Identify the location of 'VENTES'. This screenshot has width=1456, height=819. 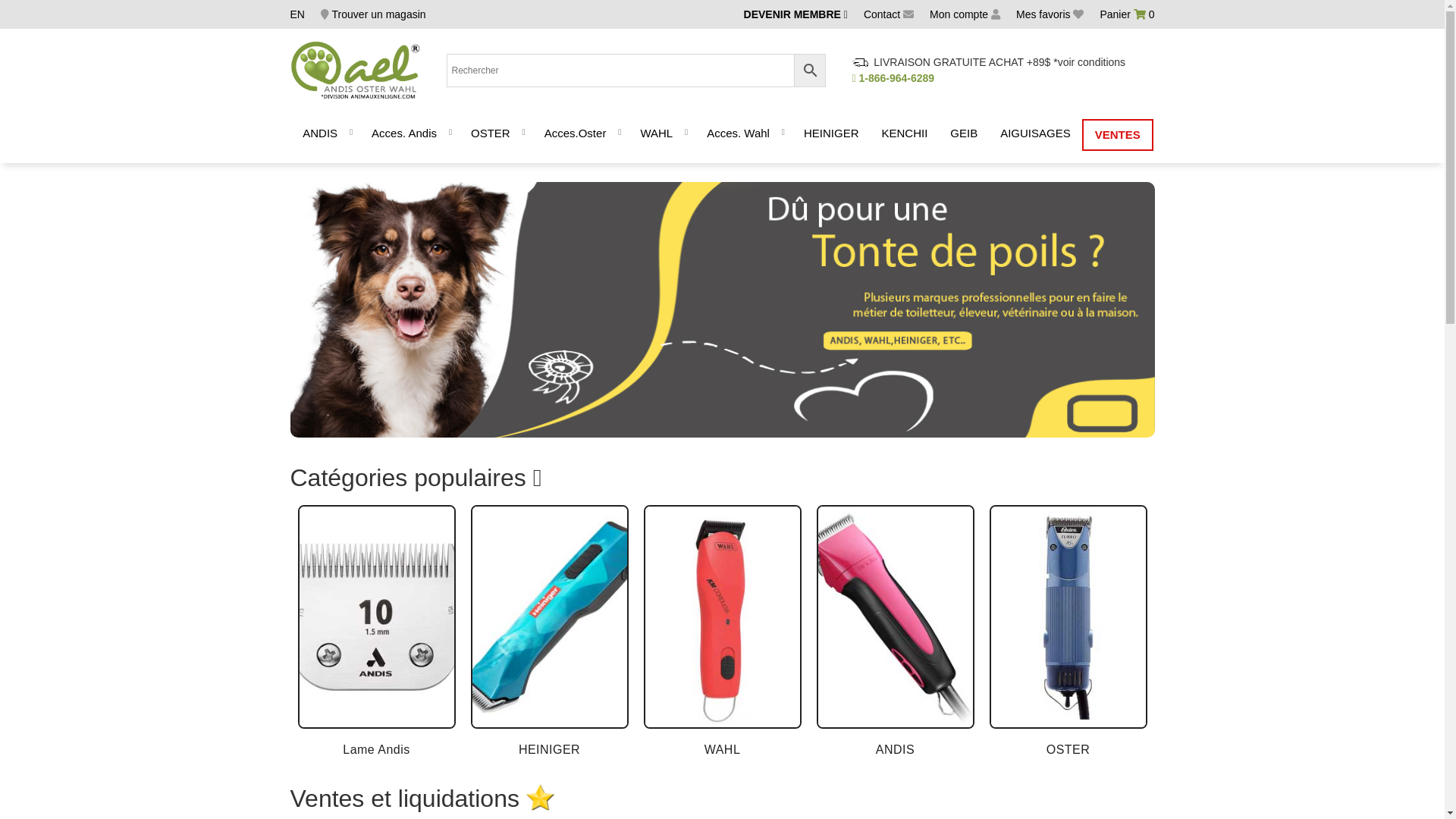
(1083, 133).